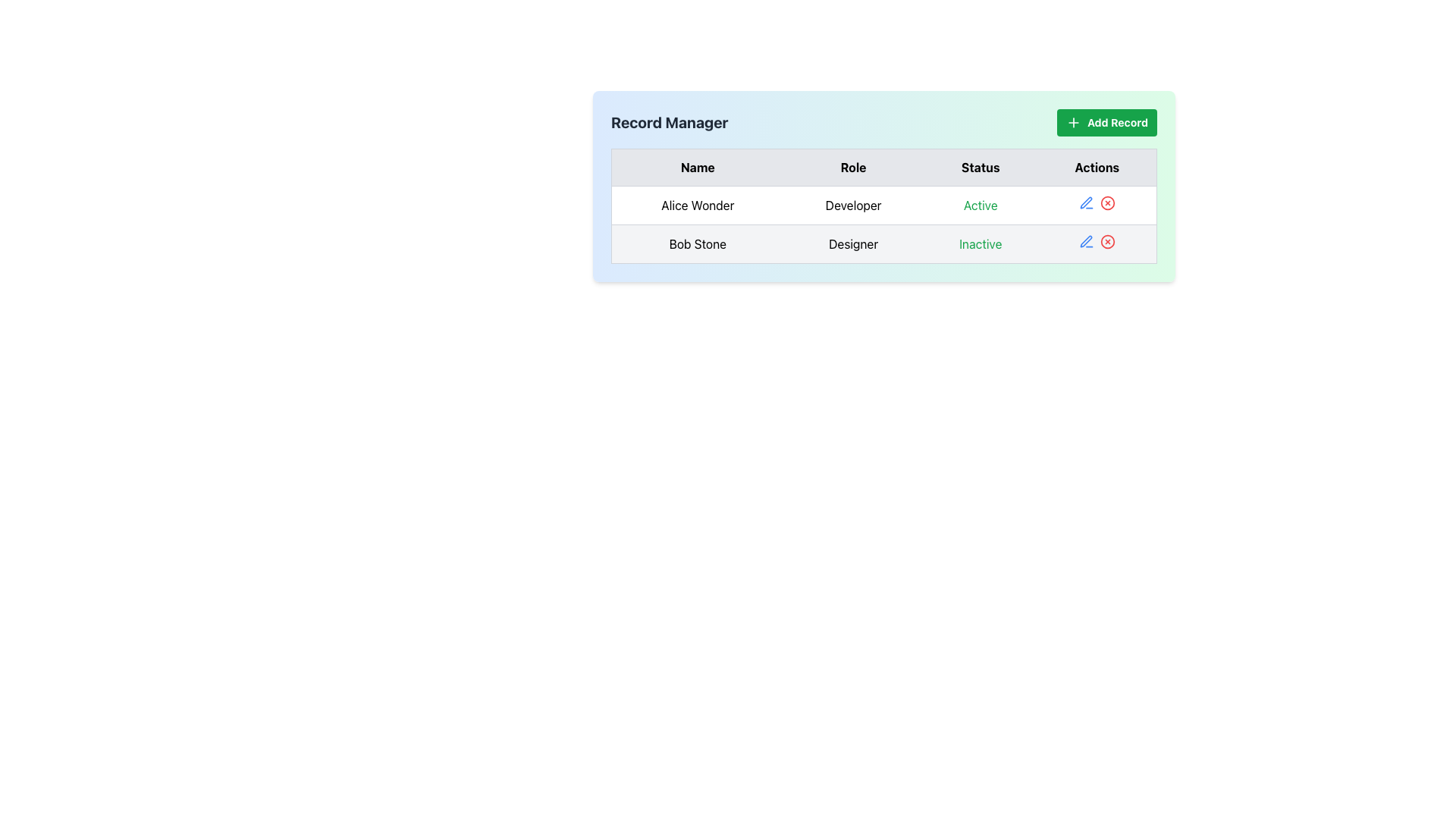 The height and width of the screenshot is (819, 1456). What do you see at coordinates (884, 205) in the screenshot?
I see `the first table row in the 'Record Manager' section` at bounding box center [884, 205].